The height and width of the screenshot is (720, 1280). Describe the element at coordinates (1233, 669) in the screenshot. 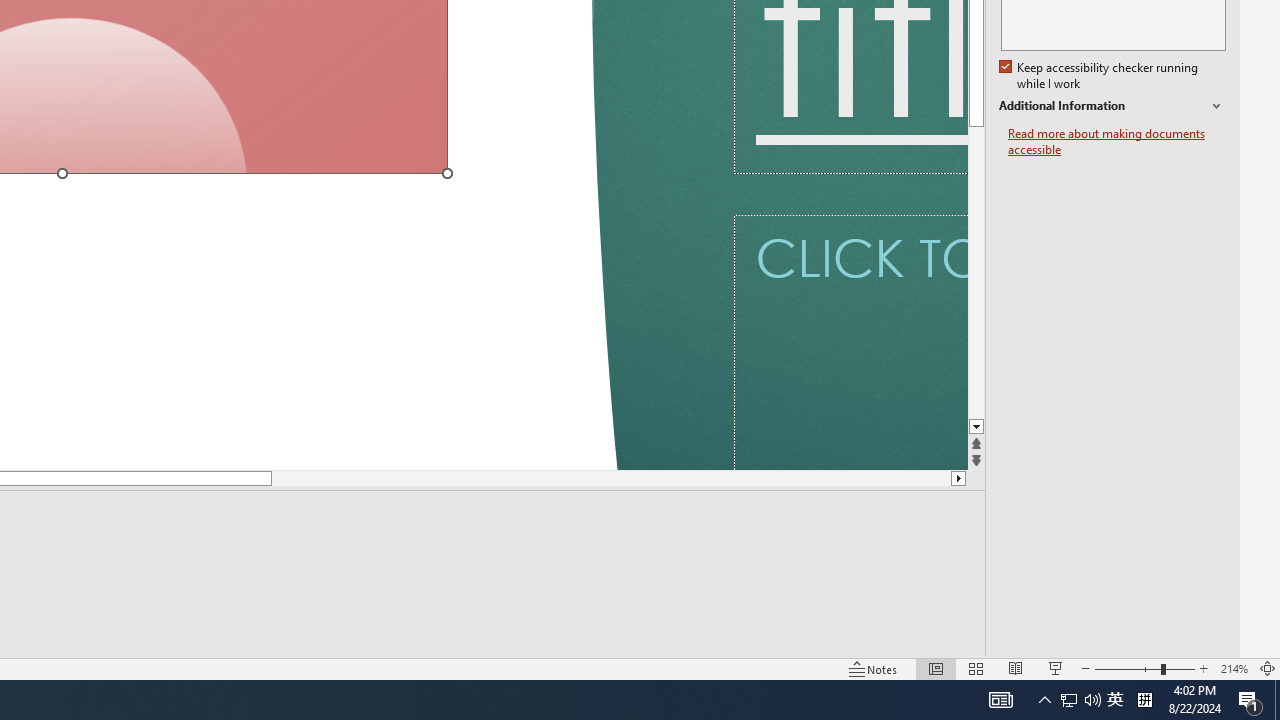

I see `'Zoom 214%'` at that location.